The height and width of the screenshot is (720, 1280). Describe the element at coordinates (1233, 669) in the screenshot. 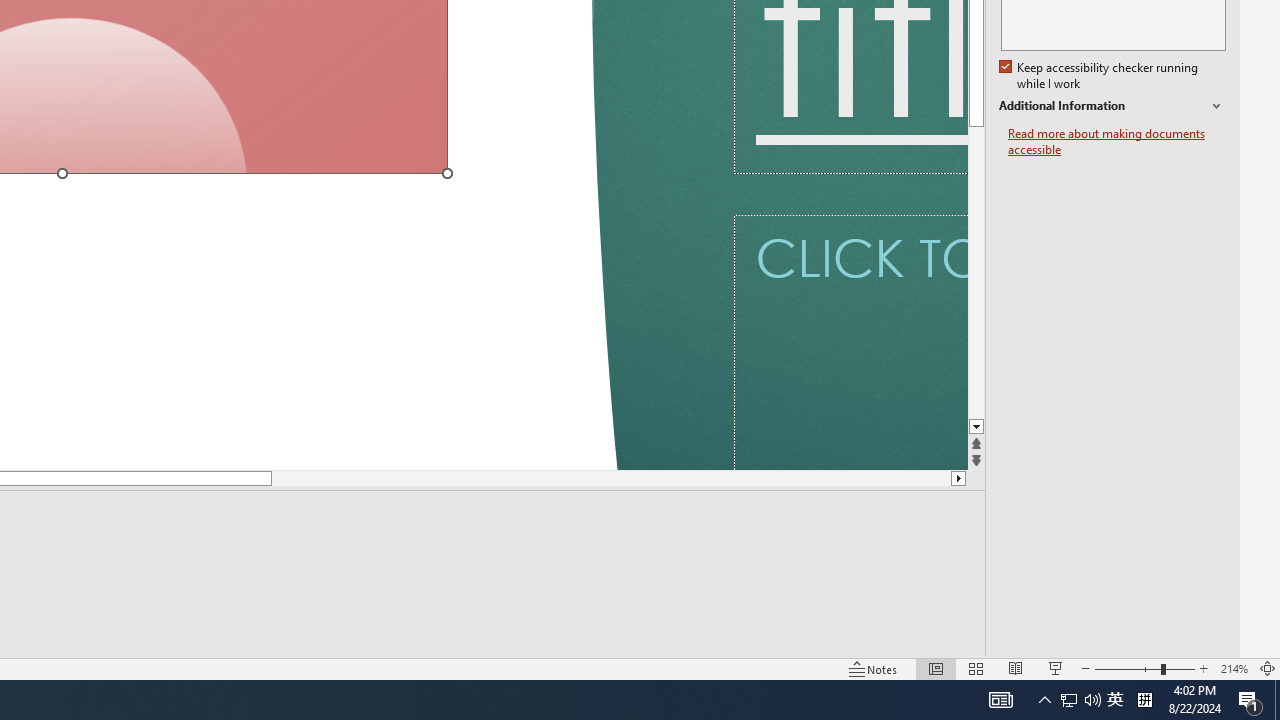

I see `'Zoom 214%'` at that location.